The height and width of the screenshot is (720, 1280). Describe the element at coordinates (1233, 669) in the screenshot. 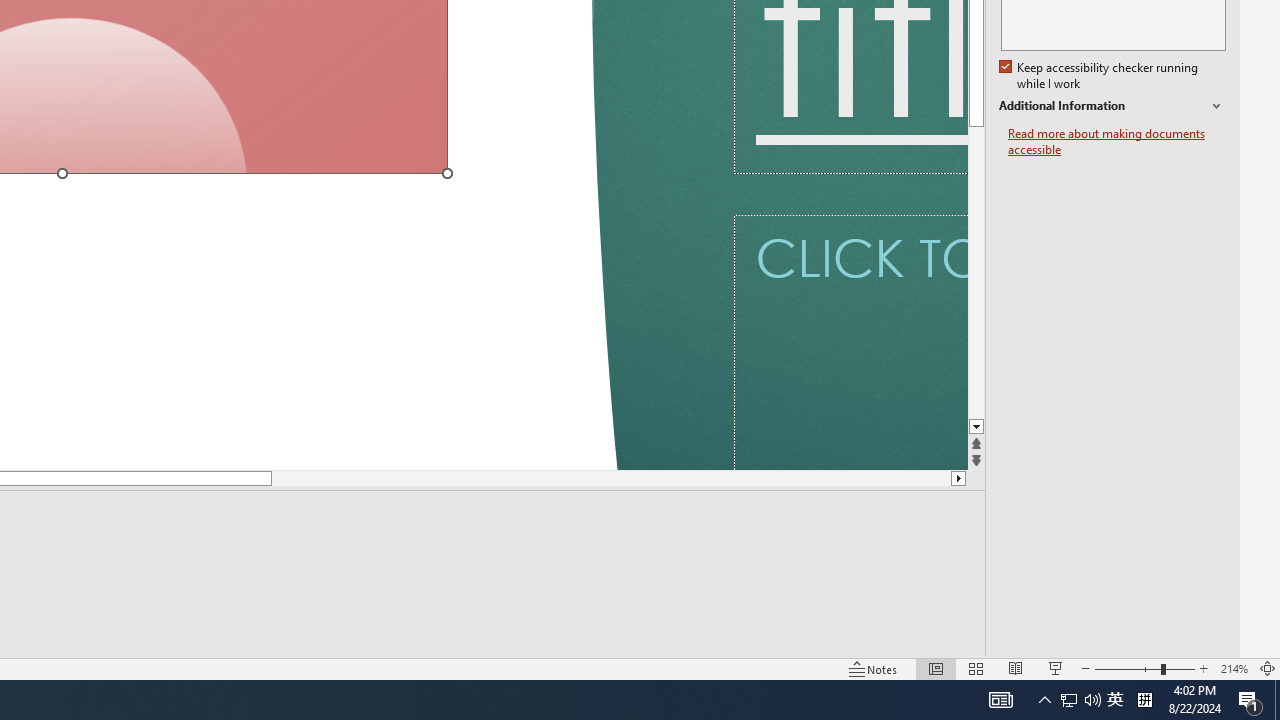

I see `'Zoom 214%'` at that location.